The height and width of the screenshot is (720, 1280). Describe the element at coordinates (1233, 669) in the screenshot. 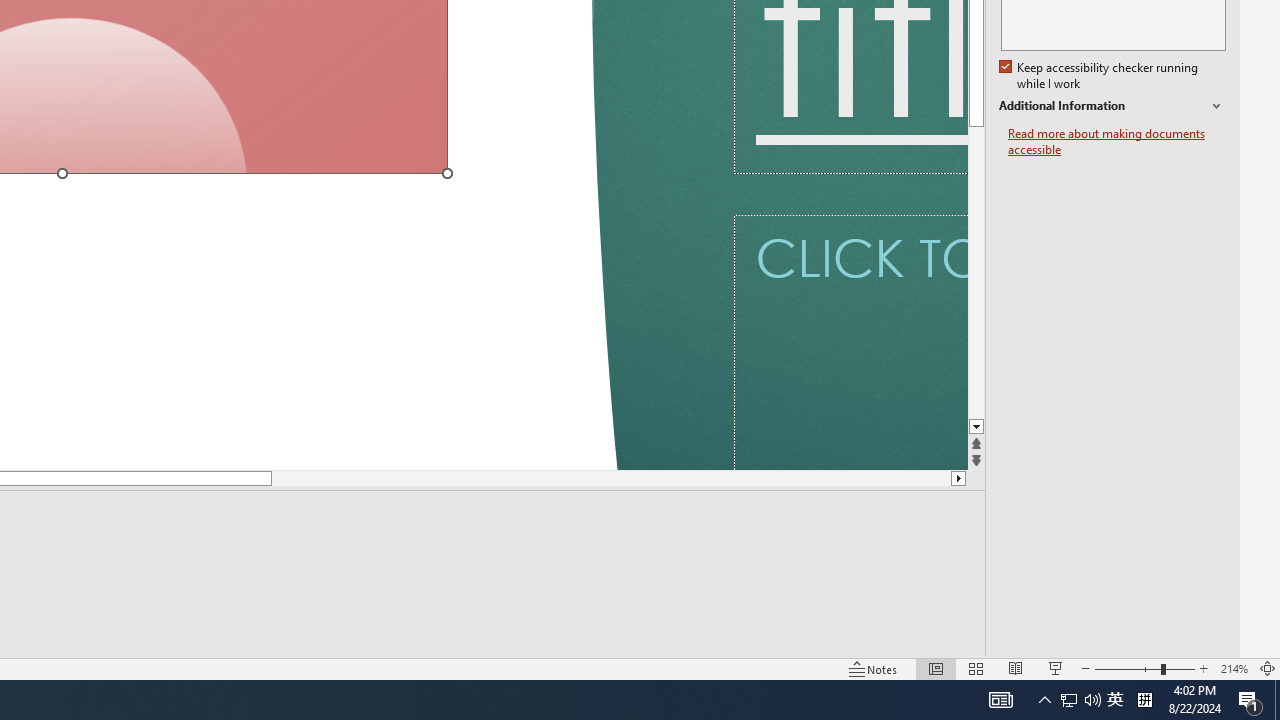

I see `'Zoom 214%'` at that location.